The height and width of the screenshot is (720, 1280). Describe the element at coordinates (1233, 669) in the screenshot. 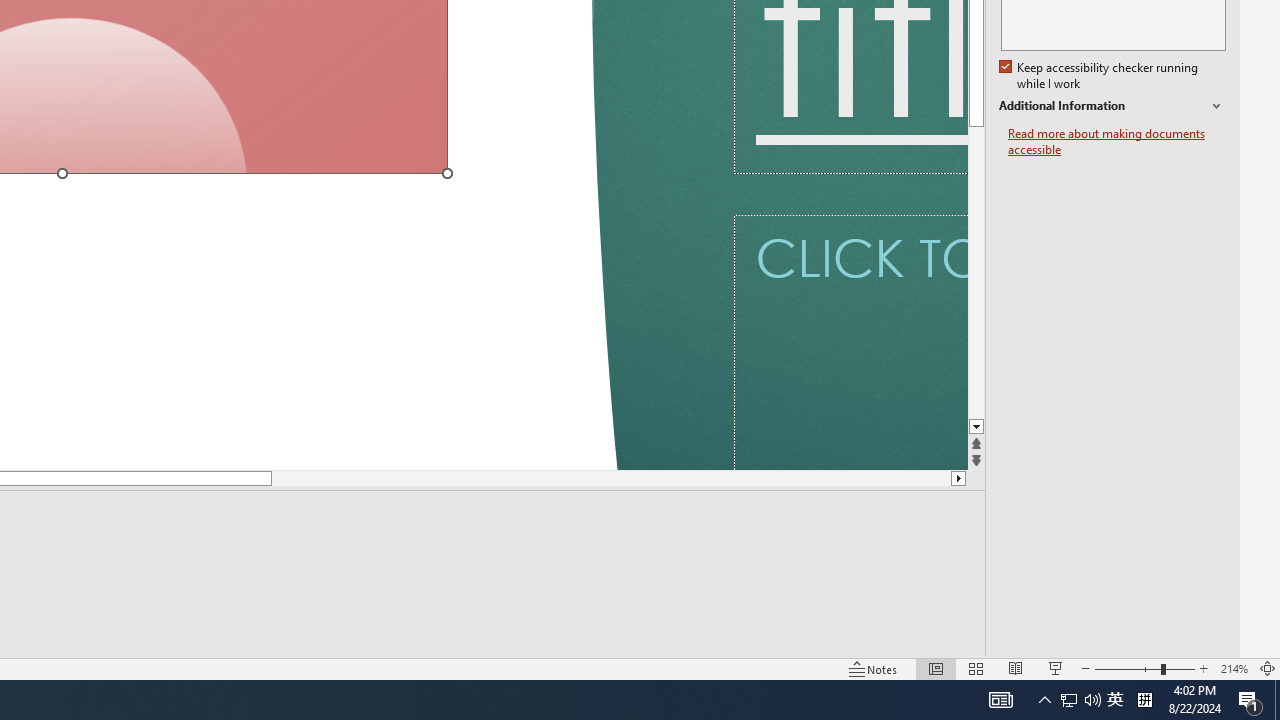

I see `'Zoom 214%'` at that location.